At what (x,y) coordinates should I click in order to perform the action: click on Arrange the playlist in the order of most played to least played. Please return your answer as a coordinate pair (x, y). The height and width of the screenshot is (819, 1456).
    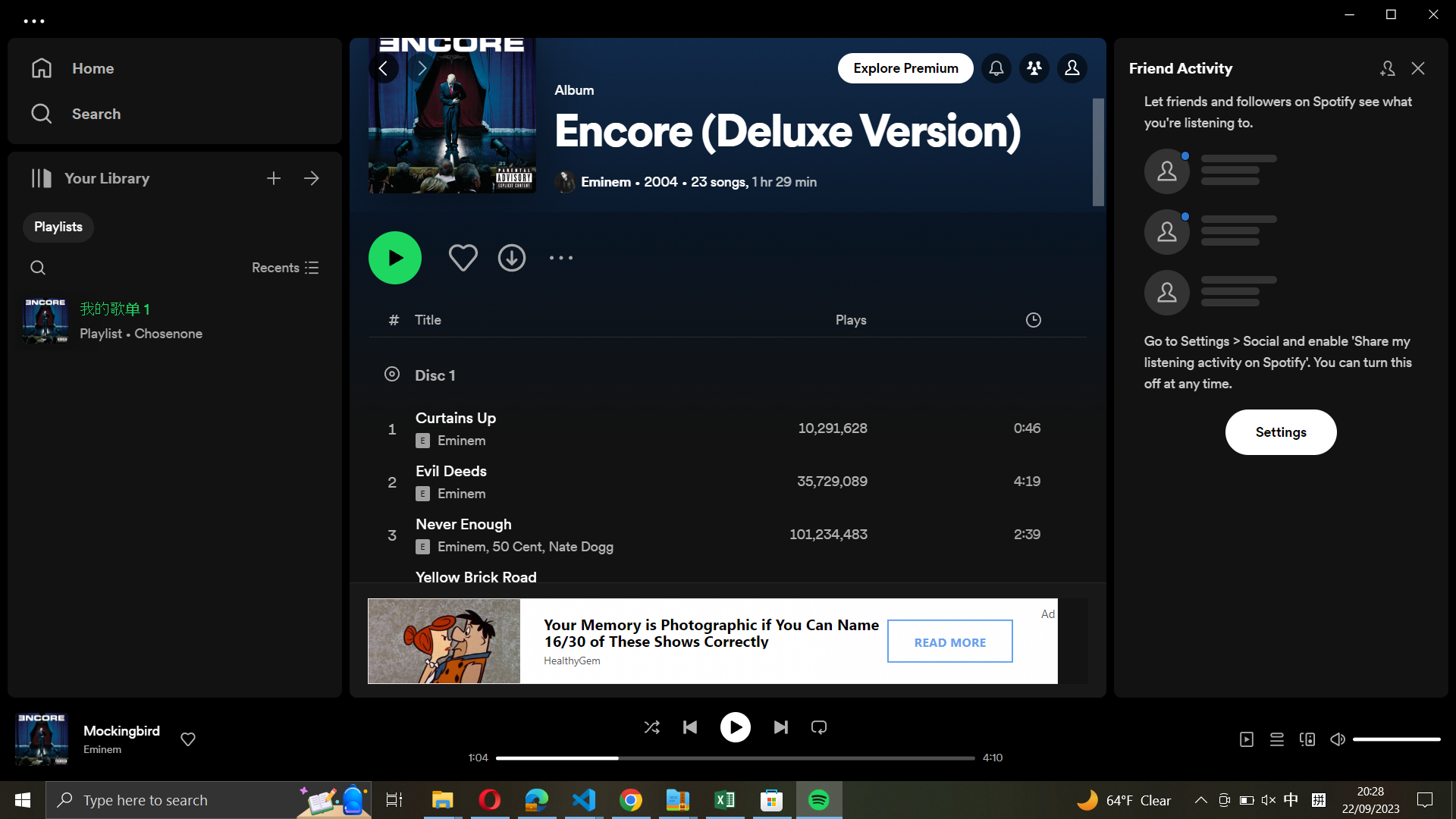
    Looking at the image, I should click on (908, 322).